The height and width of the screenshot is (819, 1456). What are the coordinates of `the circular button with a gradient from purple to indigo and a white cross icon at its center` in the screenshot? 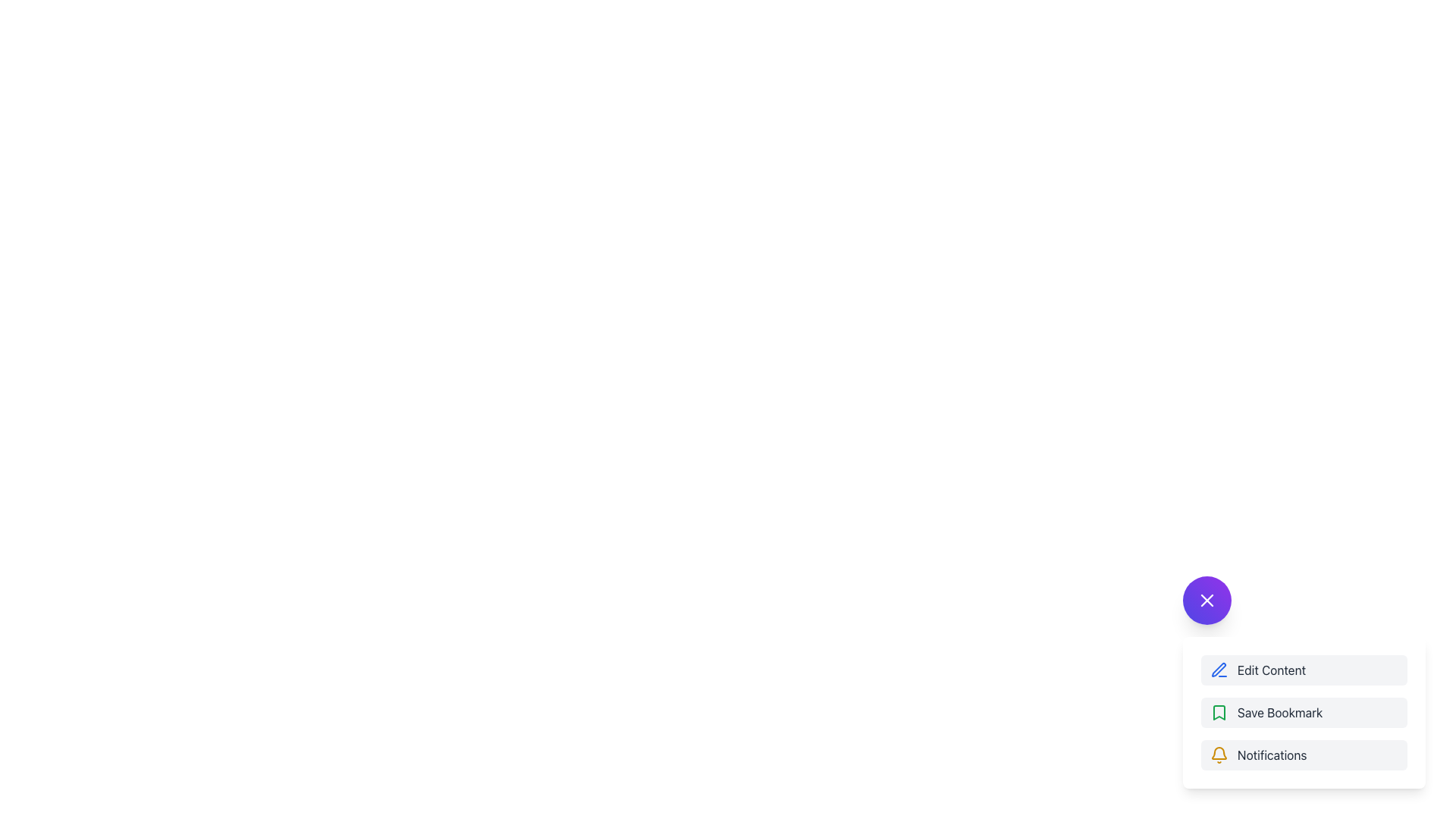 It's located at (1207, 599).